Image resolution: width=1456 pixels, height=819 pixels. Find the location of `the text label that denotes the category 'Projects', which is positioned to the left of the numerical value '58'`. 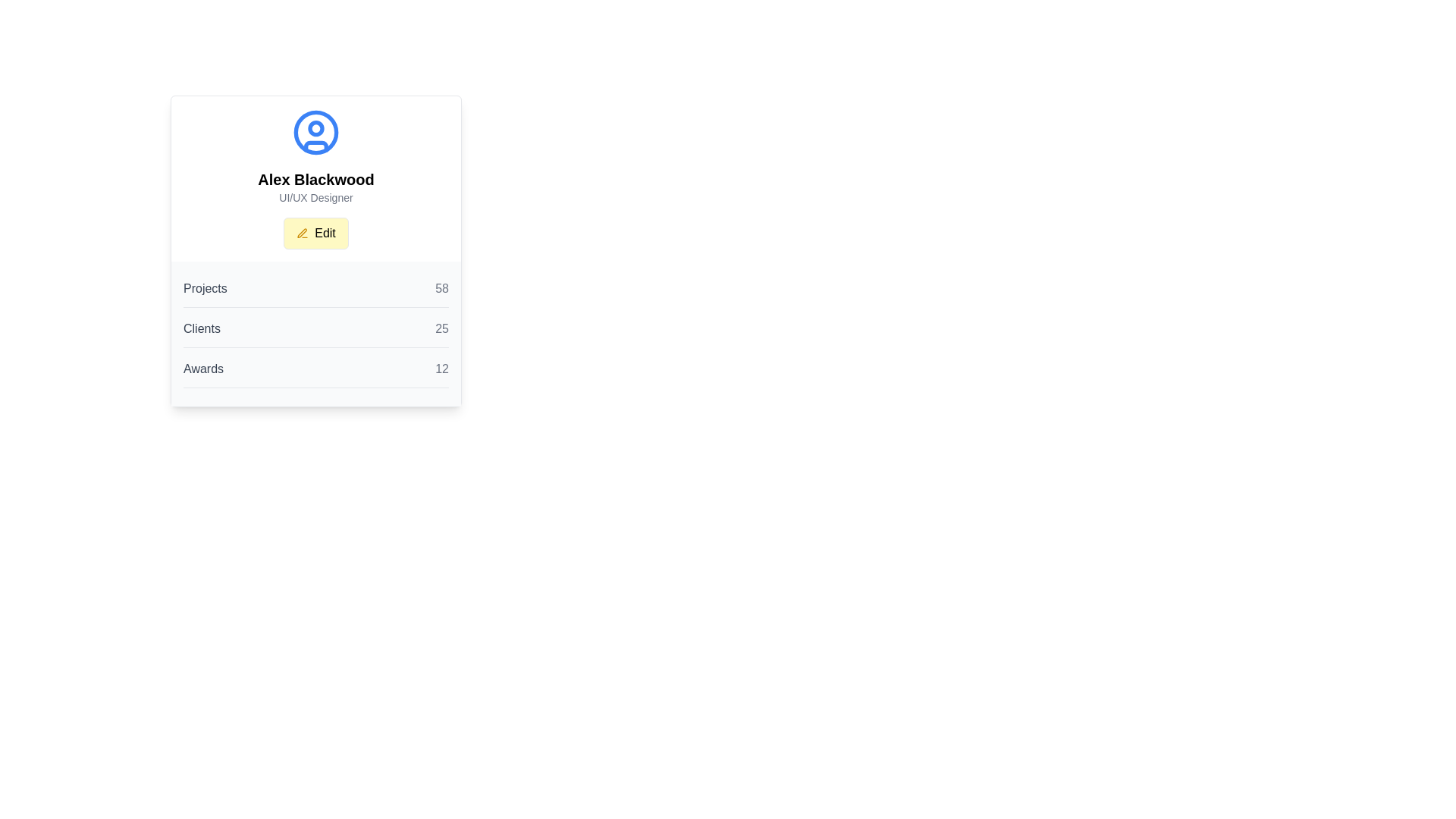

the text label that denotes the category 'Projects', which is positioned to the left of the numerical value '58' is located at coordinates (204, 289).